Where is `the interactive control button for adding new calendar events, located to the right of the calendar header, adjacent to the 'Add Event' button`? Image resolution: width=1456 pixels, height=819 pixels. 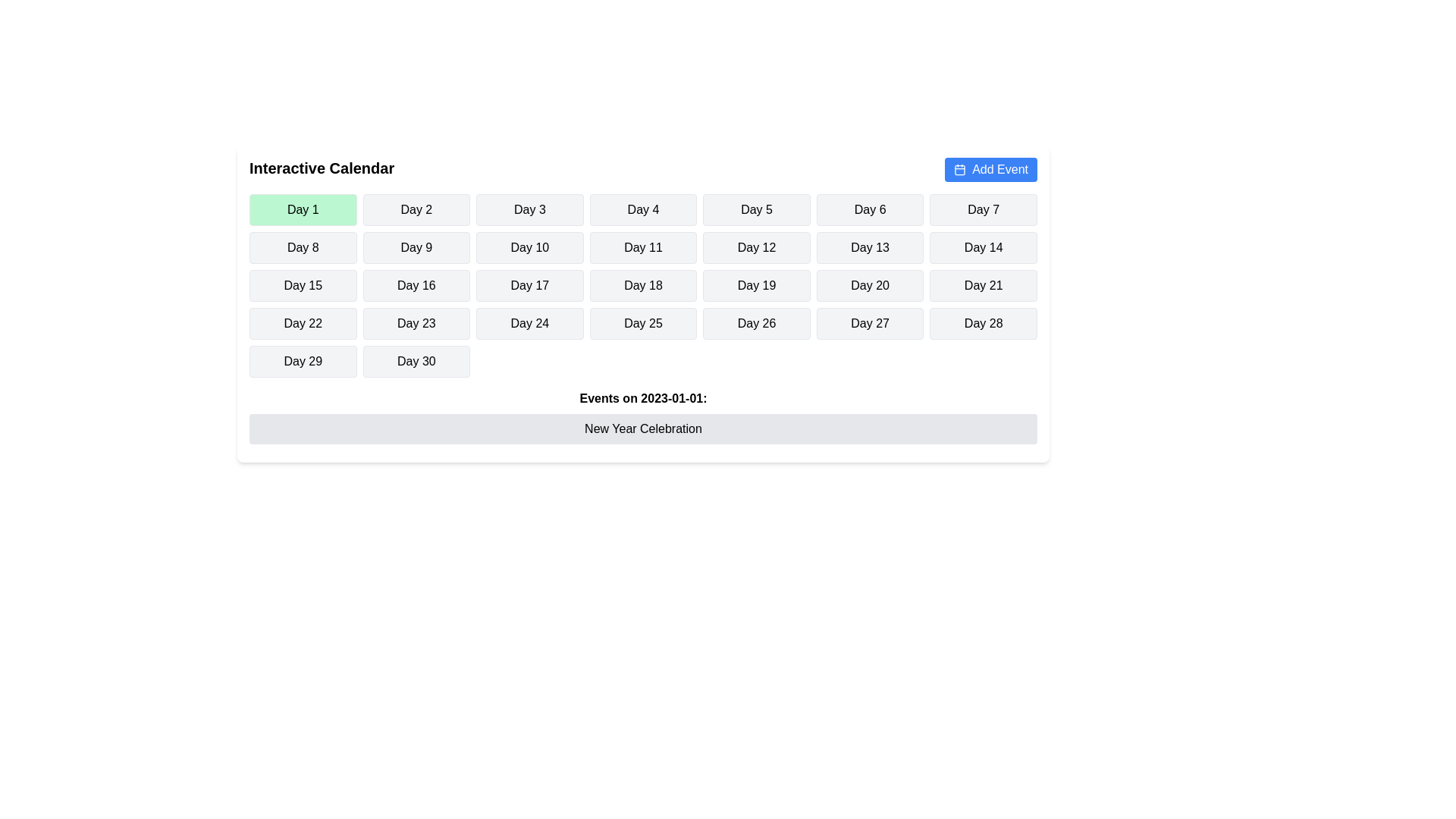 the interactive control button for adding new calendar events, located to the right of the calendar header, adjacent to the 'Add Event' button is located at coordinates (959, 170).